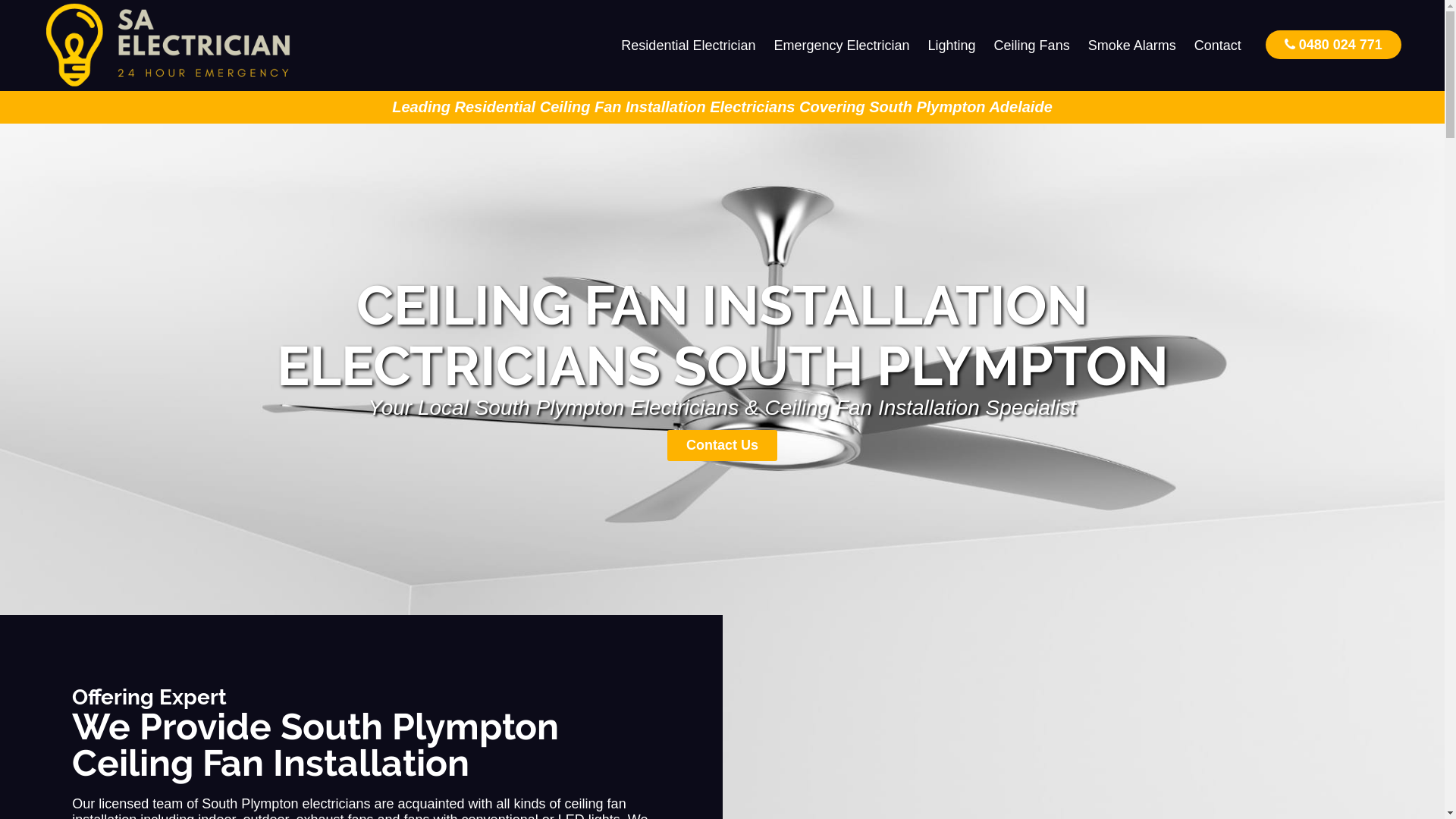 The height and width of the screenshot is (819, 1456). Describe the element at coordinates (1218, 45) in the screenshot. I see `'Contact'` at that location.